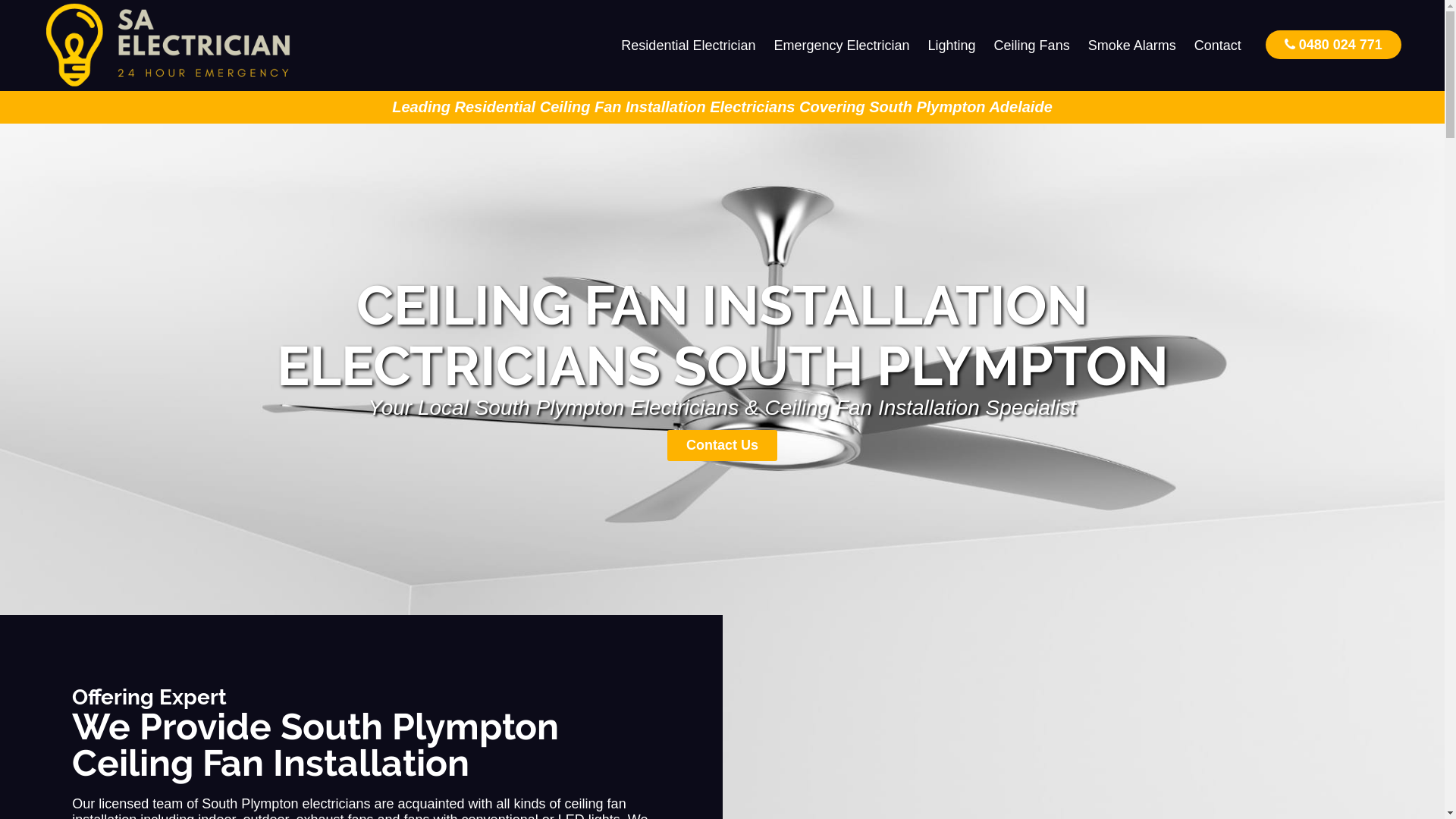 The height and width of the screenshot is (819, 1456). Describe the element at coordinates (1218, 45) in the screenshot. I see `'Contact'` at that location.